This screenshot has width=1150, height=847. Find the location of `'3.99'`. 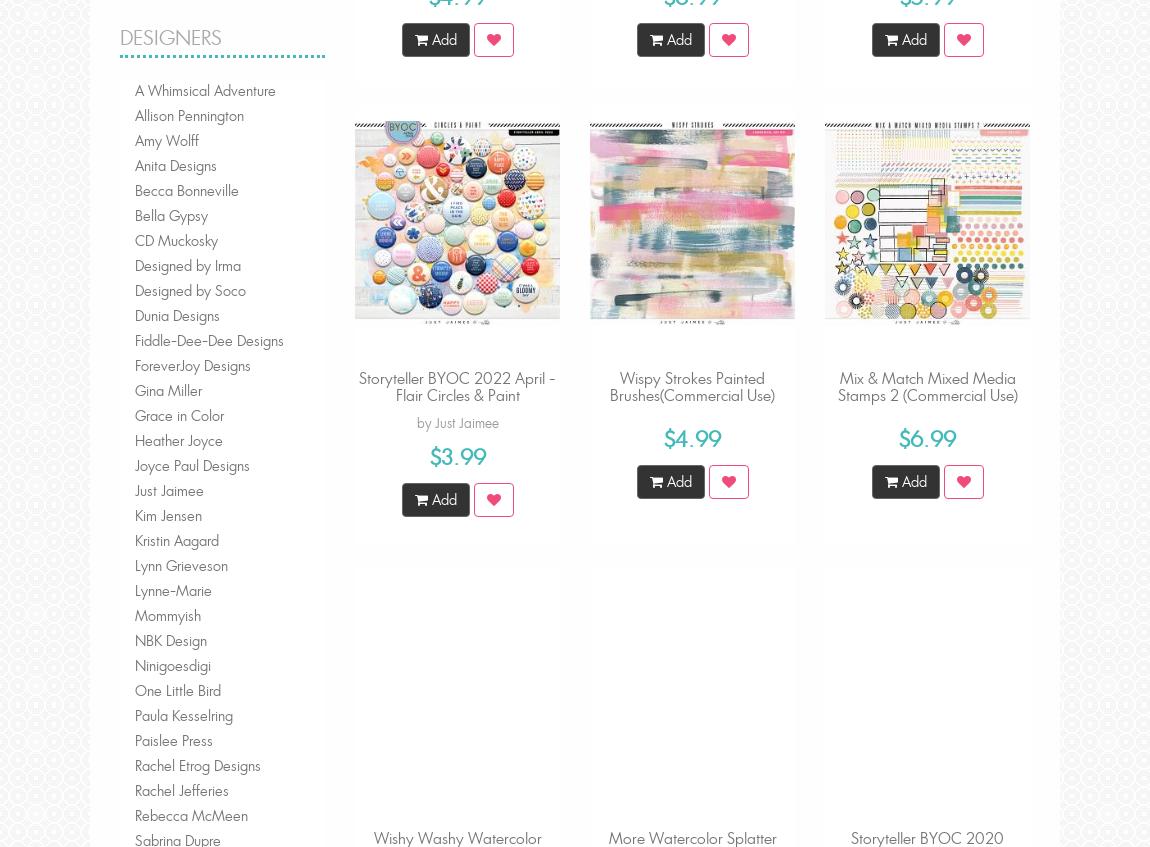

'3.99' is located at coordinates (462, 456).